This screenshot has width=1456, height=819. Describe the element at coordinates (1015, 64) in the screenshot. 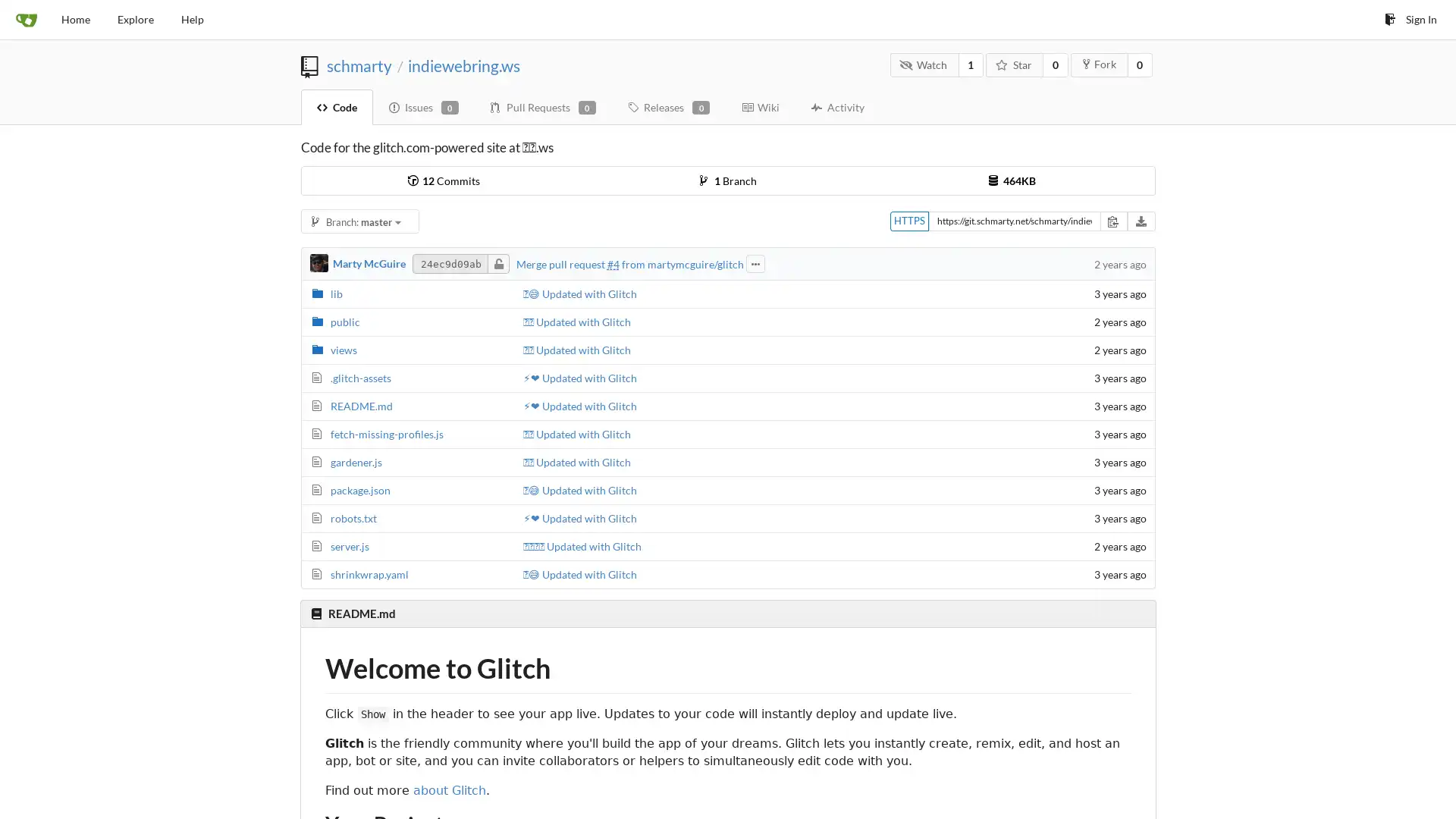

I see `Star` at that location.